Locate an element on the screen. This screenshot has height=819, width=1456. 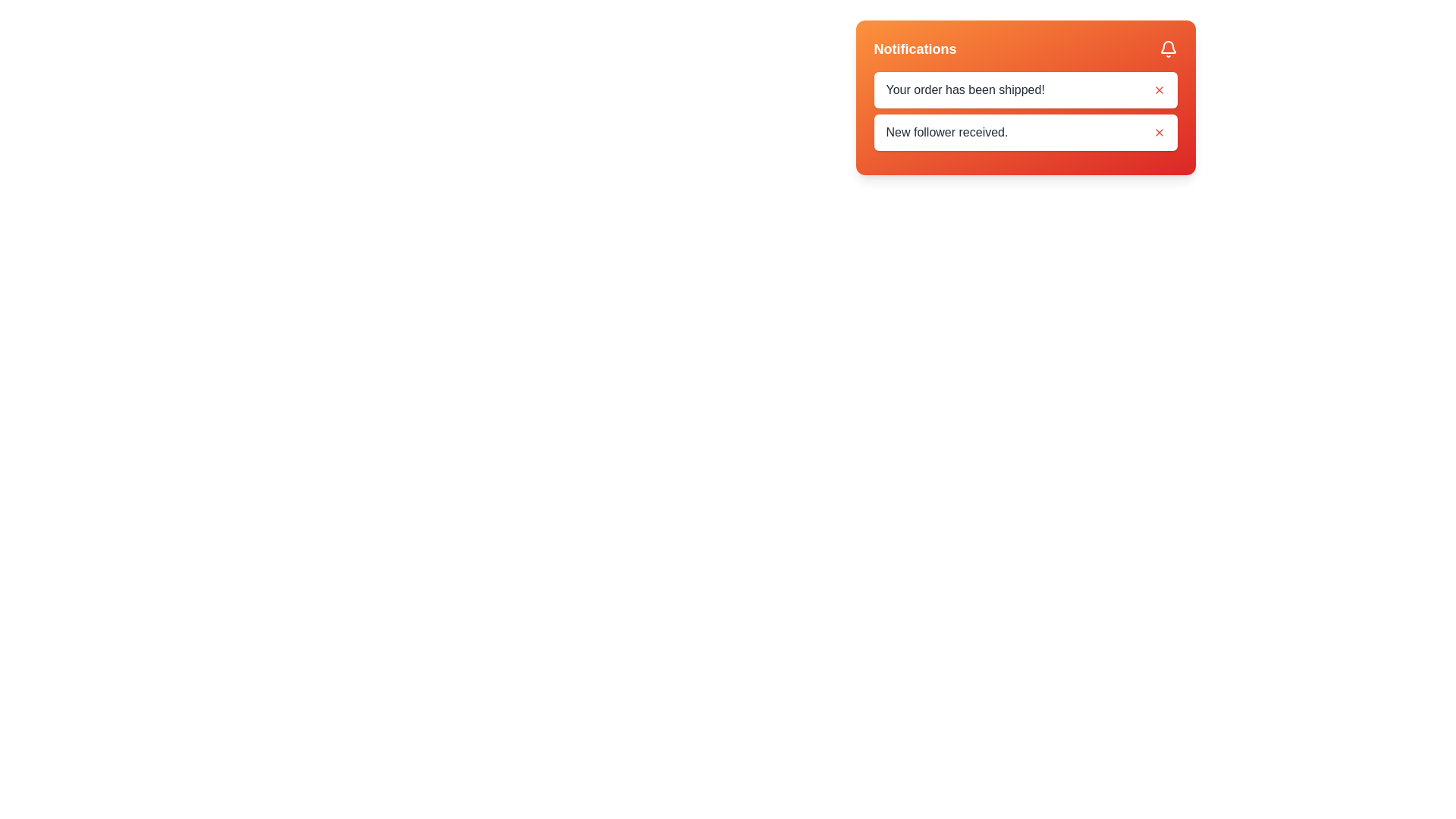
the notification bell icon located in the top-right corner of the notifications panel, which signifies alerts and importance is located at coordinates (1167, 46).